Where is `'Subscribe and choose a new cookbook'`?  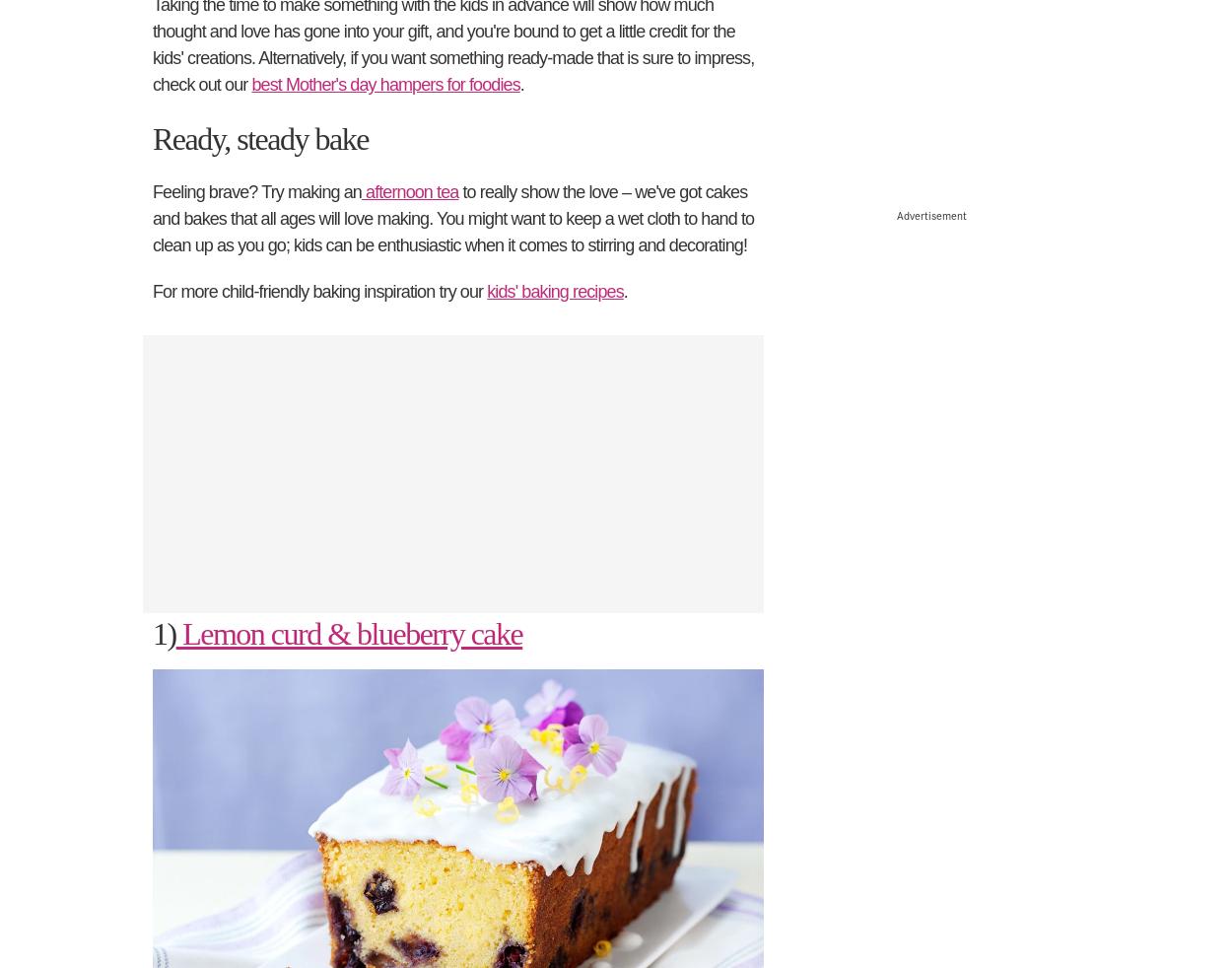 'Subscribe and choose a new cookbook' is located at coordinates (358, 622).